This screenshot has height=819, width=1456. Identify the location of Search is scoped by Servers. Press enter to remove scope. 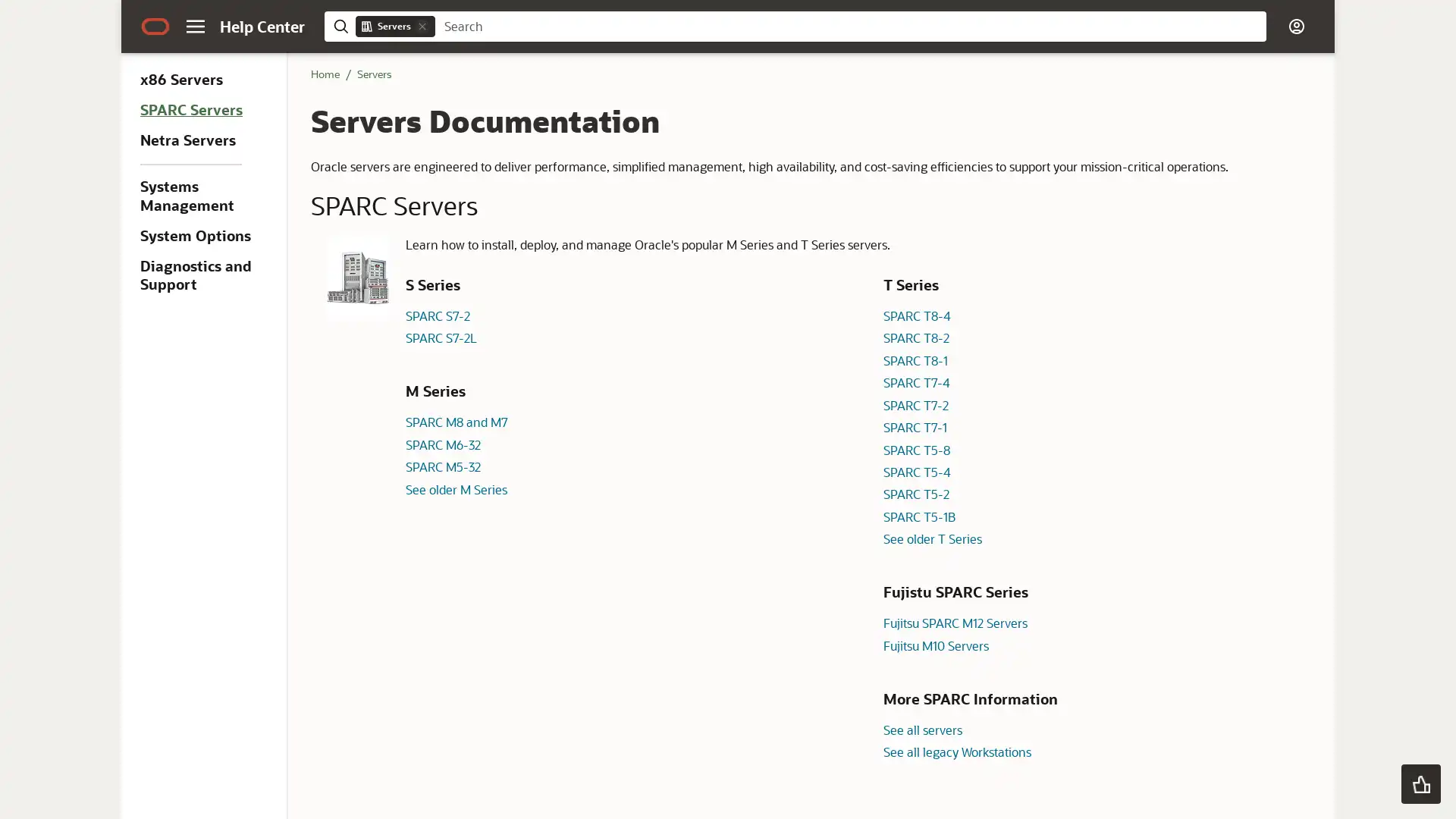
(422, 26).